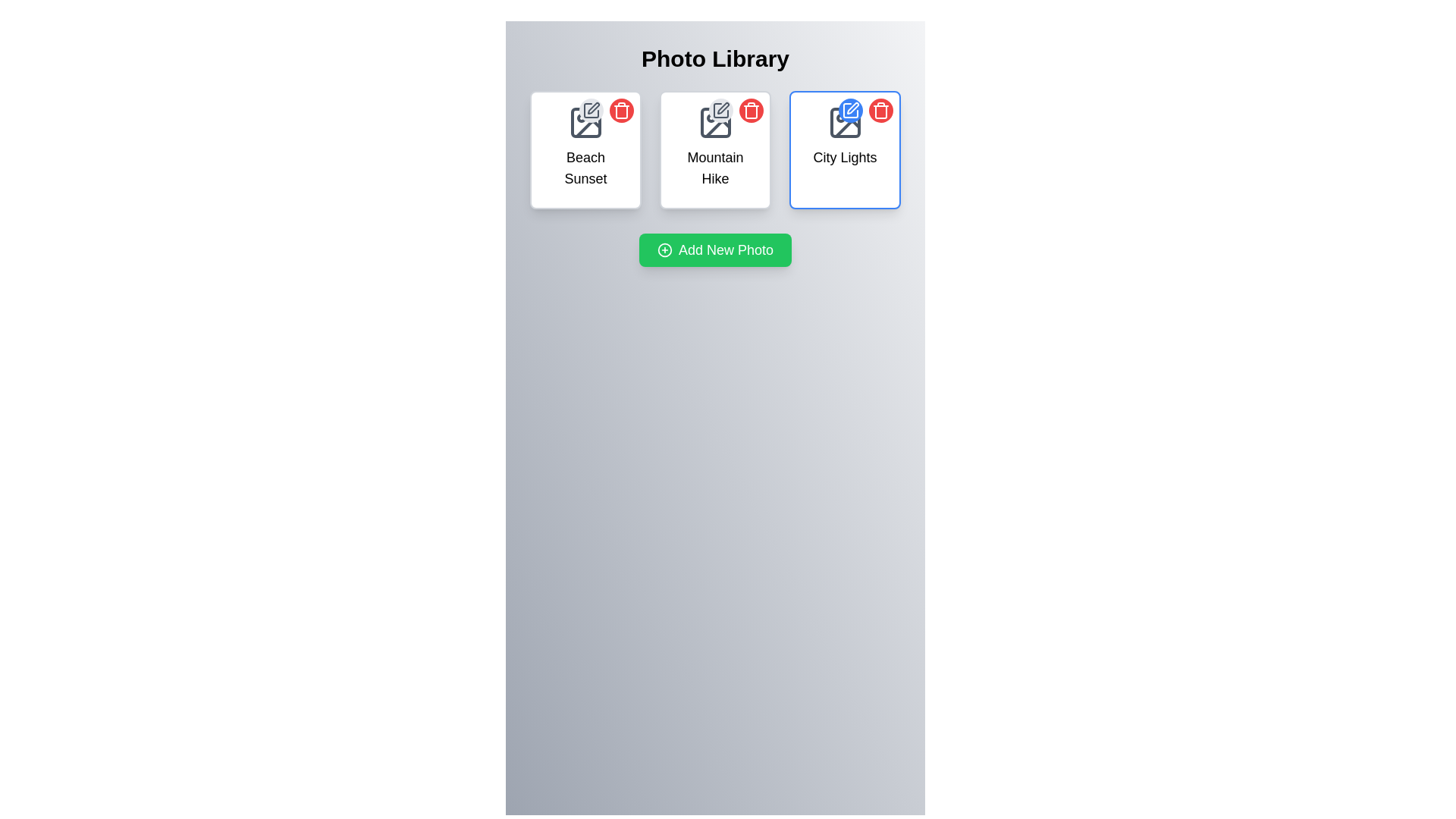 The image size is (1456, 819). I want to click on the decorative photo card icon in the top-left corner of the 'Beach Sunset' card within the 'Photo Library', so click(585, 122).